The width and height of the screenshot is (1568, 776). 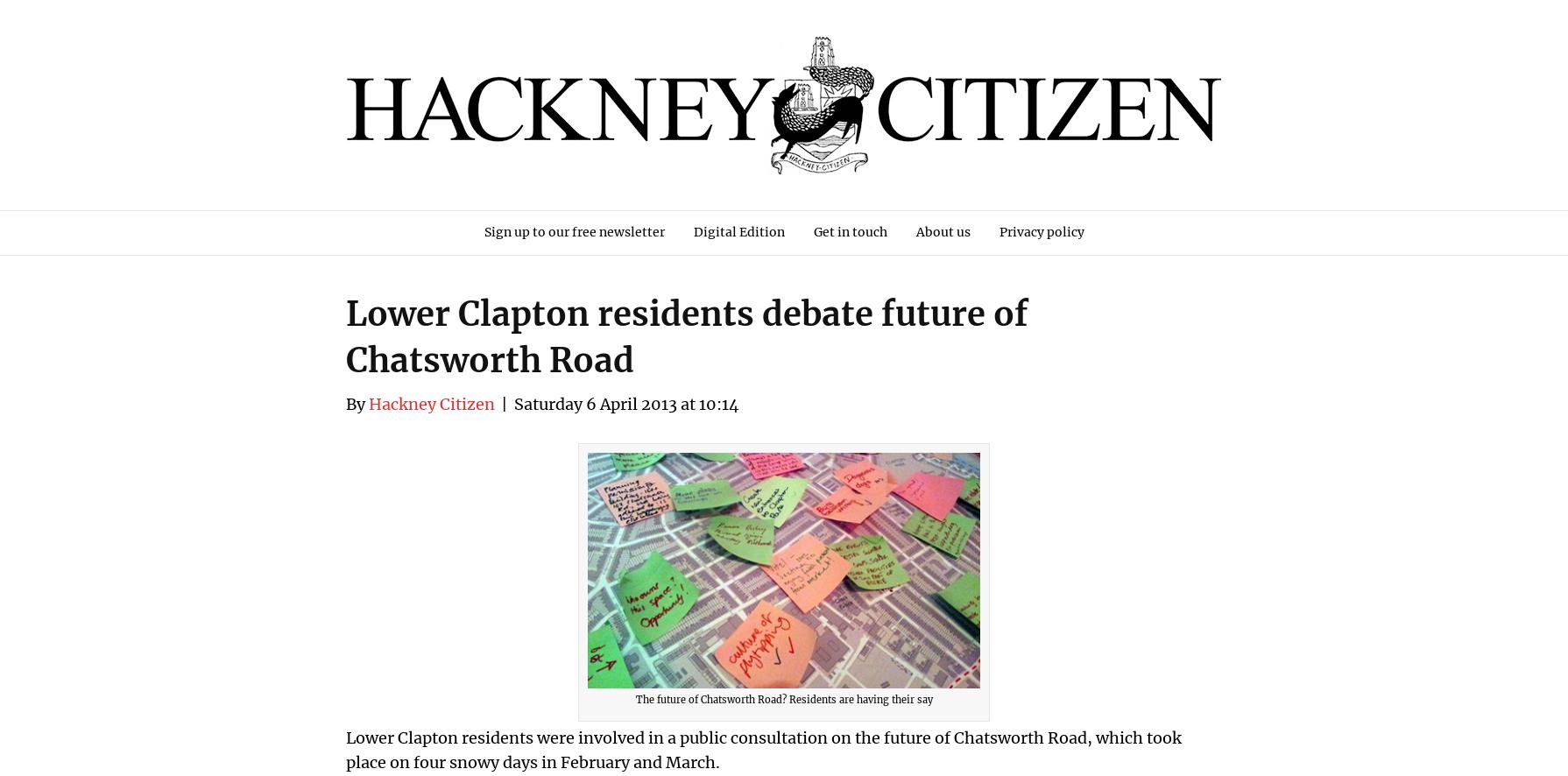 What do you see at coordinates (496, 403) in the screenshot?
I see `'|'` at bounding box center [496, 403].